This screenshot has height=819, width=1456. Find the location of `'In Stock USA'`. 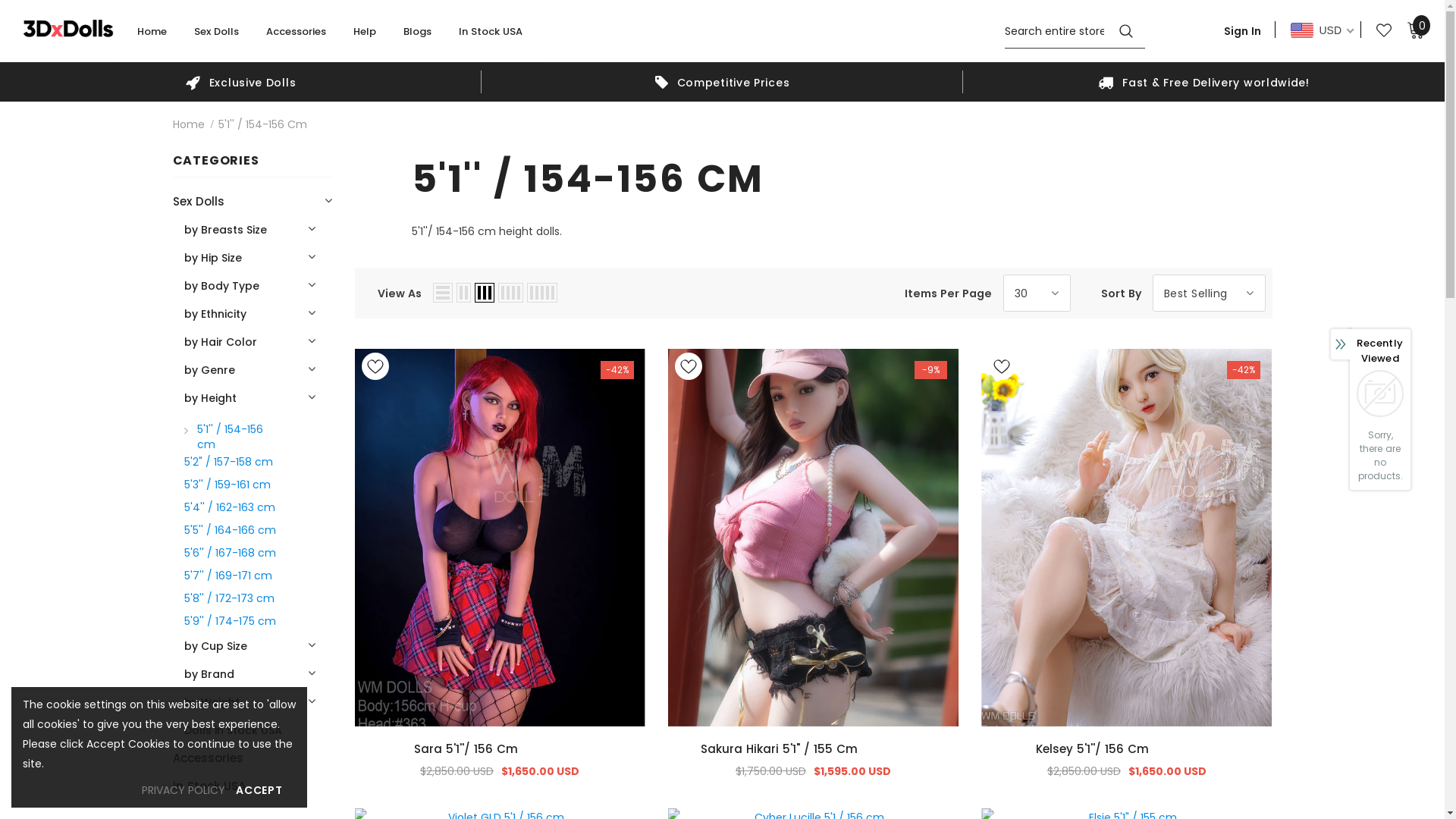

'In Stock USA' is located at coordinates (491, 37).